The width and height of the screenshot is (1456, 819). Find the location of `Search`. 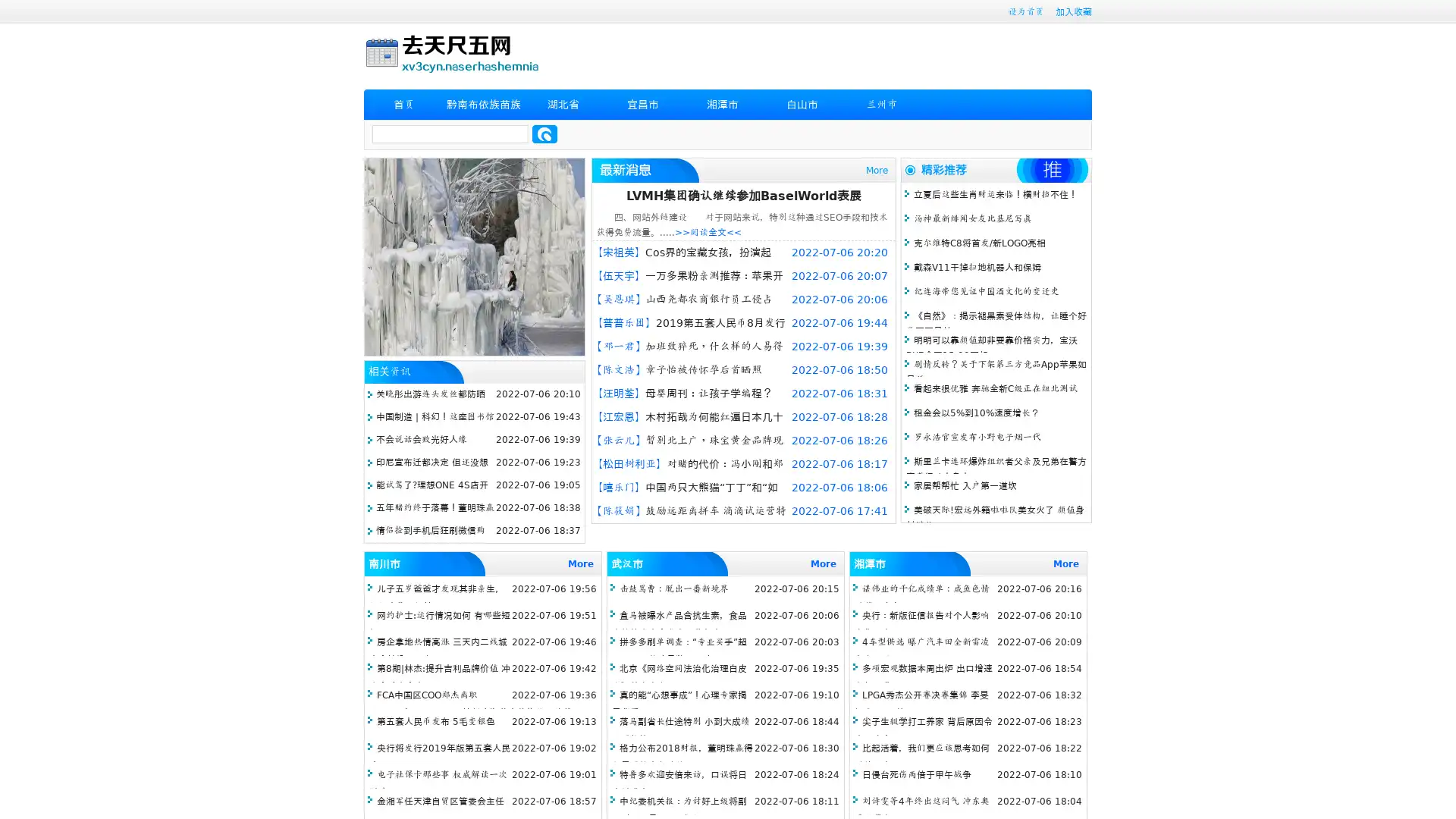

Search is located at coordinates (544, 133).